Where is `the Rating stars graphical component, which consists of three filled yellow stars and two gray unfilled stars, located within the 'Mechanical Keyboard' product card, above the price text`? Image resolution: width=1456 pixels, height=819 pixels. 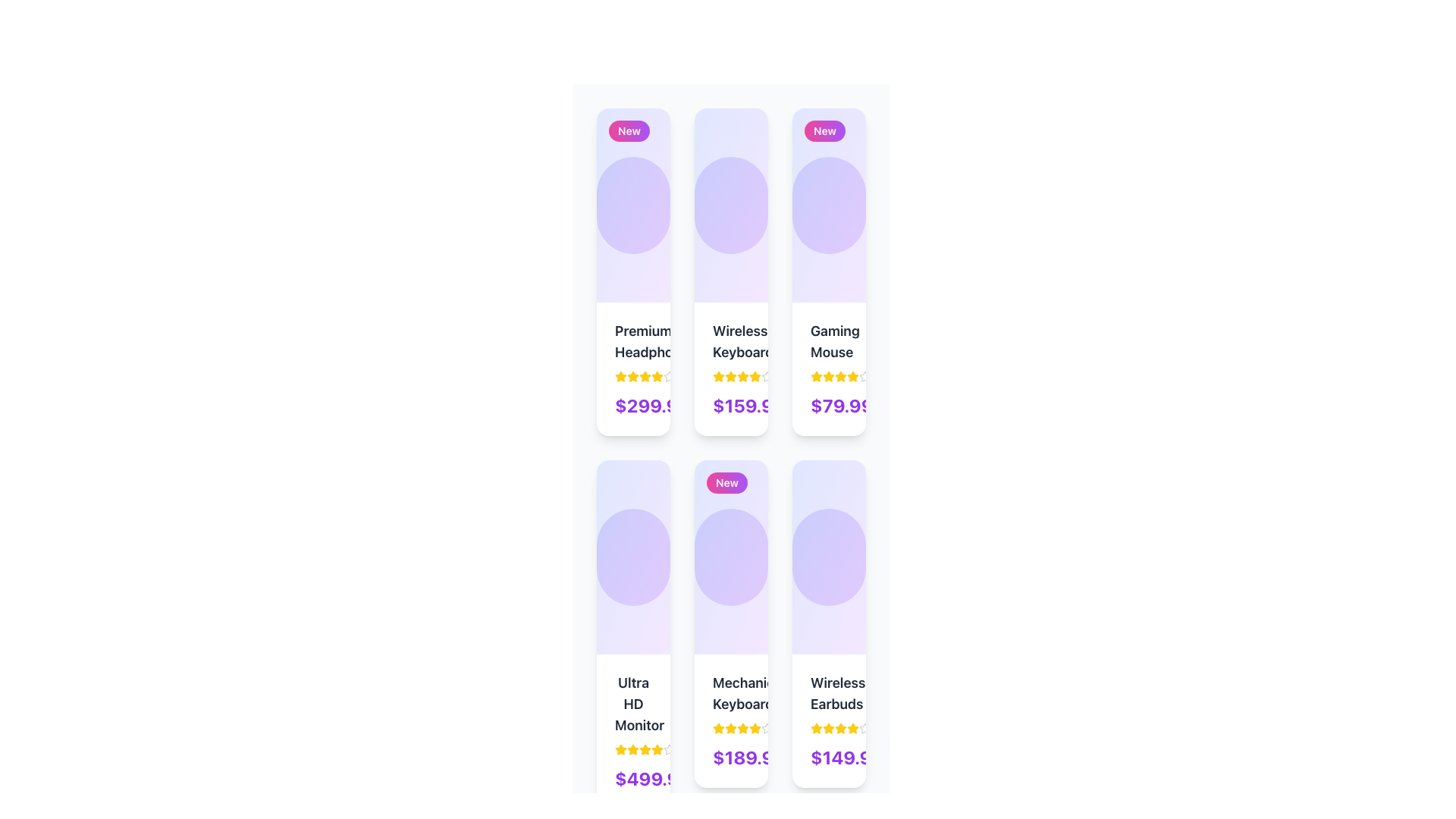
the Rating stars graphical component, which consists of three filled yellow stars and two gray unfilled stars, located within the 'Mechanical Keyboard' product card, above the price text is located at coordinates (731, 727).